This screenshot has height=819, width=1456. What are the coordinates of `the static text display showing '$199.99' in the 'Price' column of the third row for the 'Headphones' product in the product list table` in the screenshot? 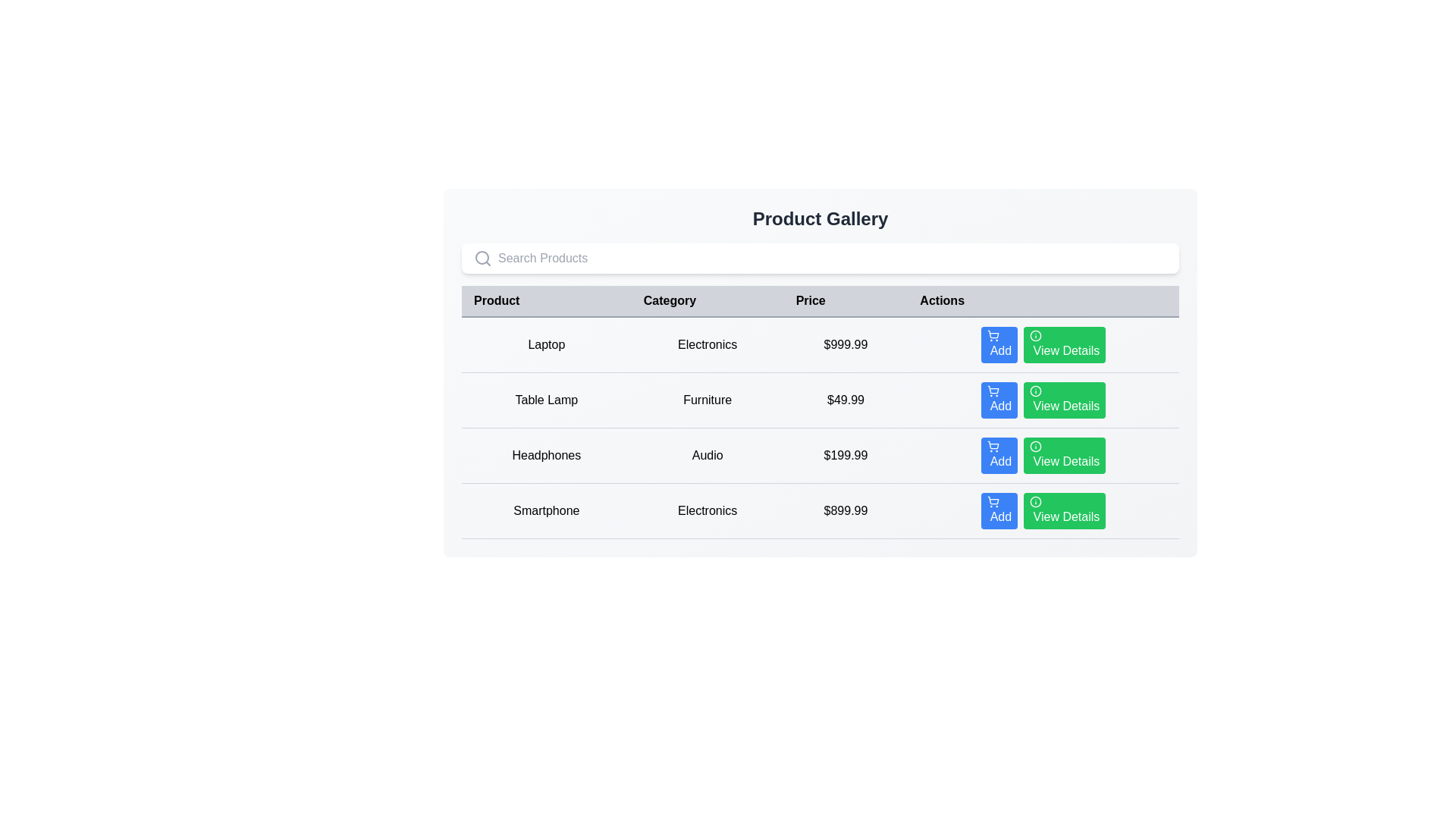 It's located at (845, 455).